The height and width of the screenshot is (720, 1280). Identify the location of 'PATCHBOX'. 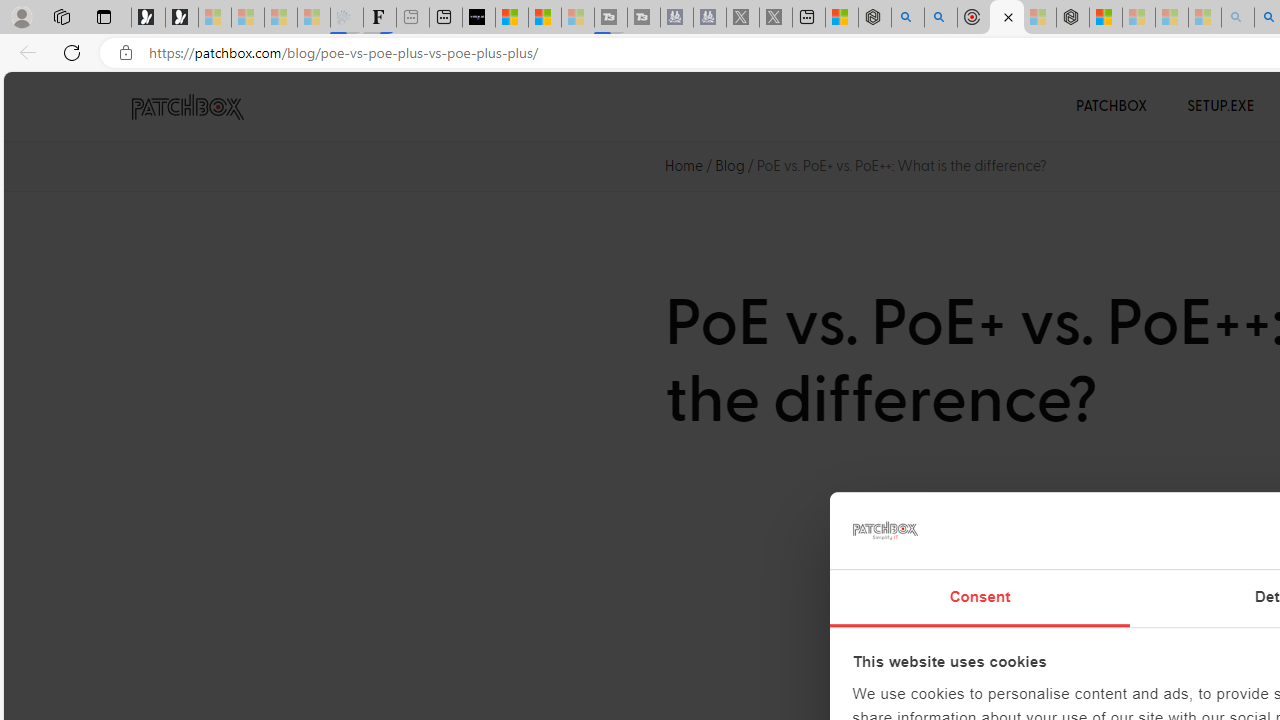
(1110, 106).